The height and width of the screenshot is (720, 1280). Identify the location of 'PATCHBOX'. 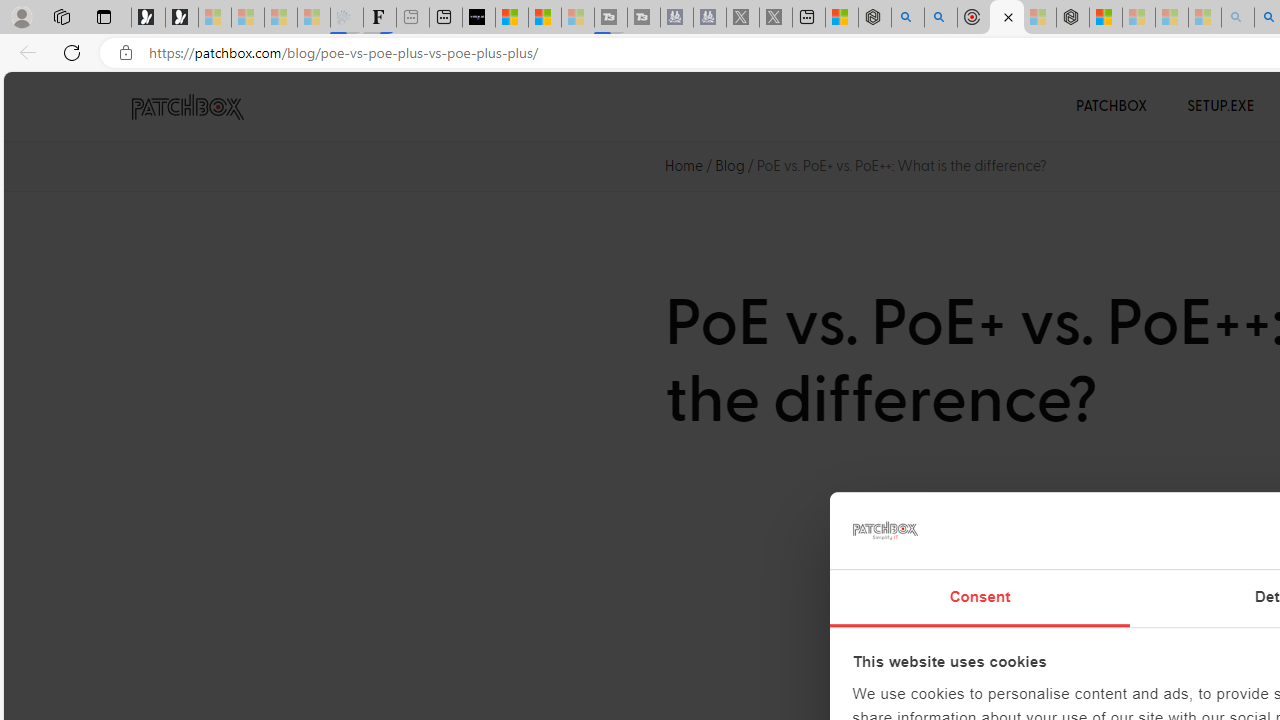
(1110, 106).